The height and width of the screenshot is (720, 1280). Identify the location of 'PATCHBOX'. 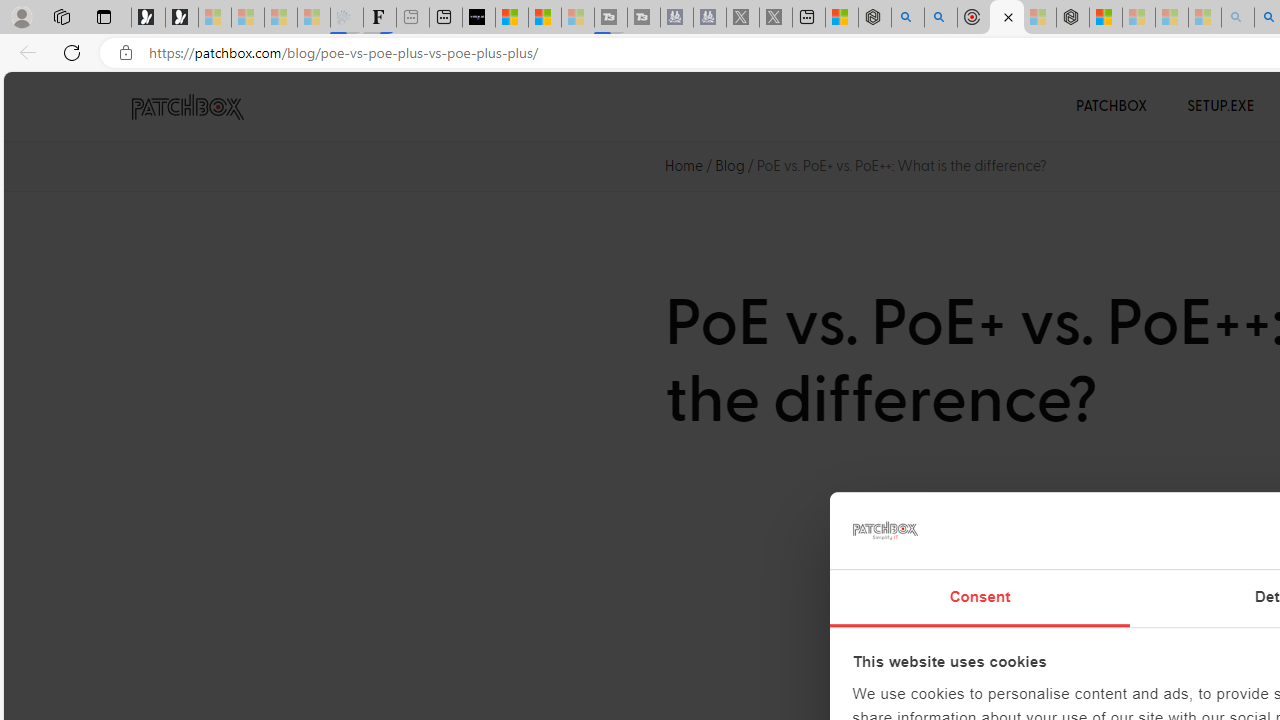
(1110, 106).